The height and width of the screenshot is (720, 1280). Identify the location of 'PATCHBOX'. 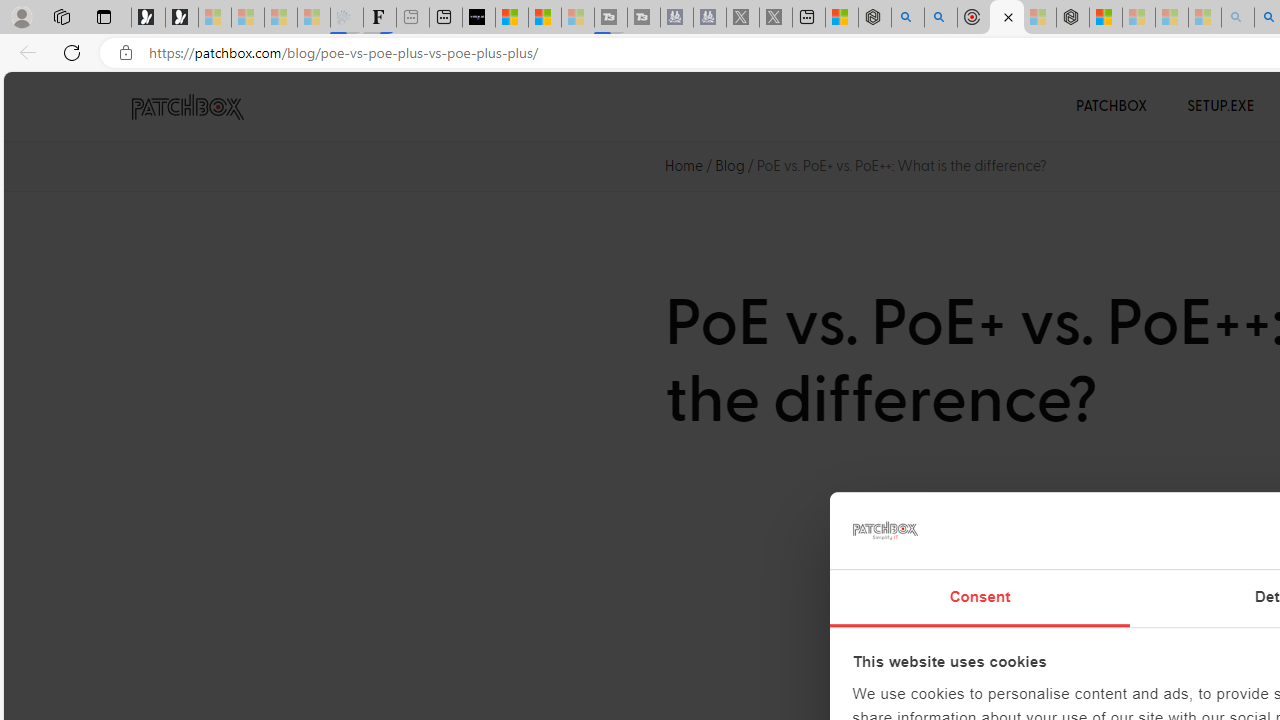
(1110, 106).